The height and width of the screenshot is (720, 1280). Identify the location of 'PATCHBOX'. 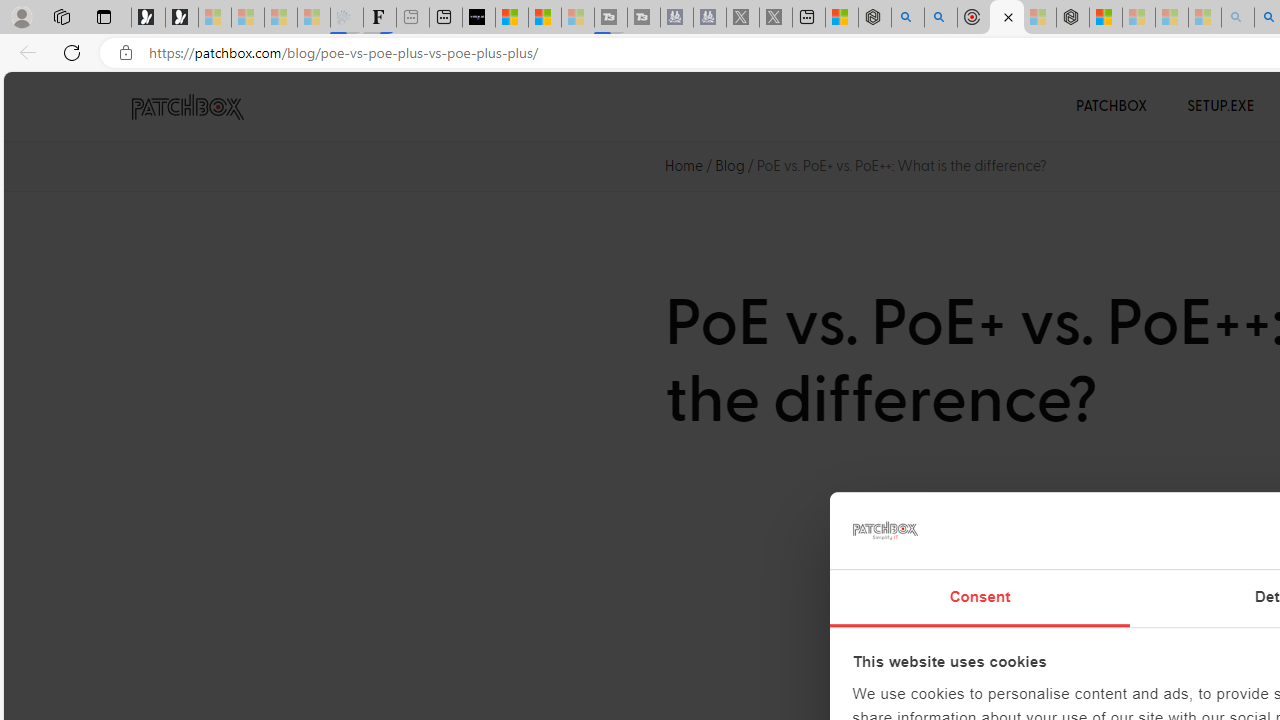
(1110, 106).